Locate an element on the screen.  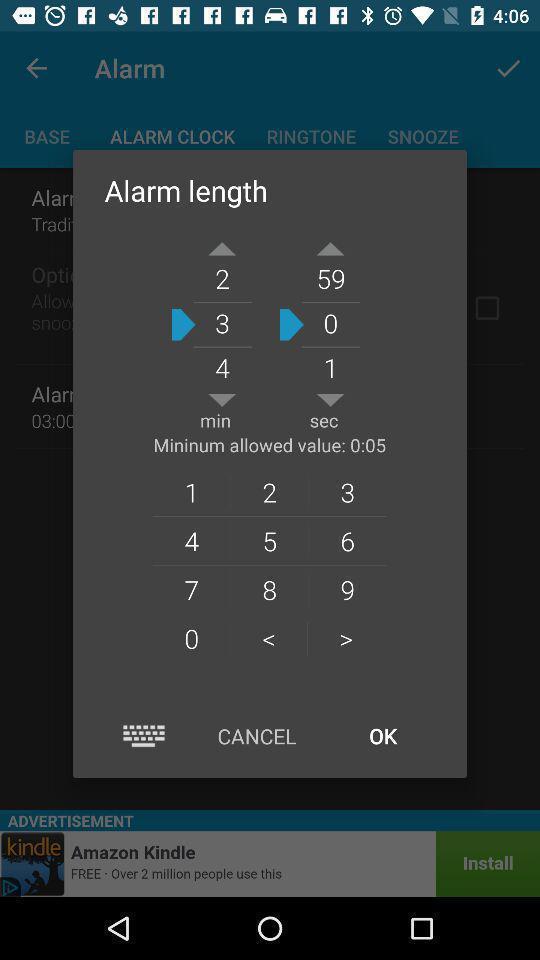
ok is located at coordinates (382, 735).